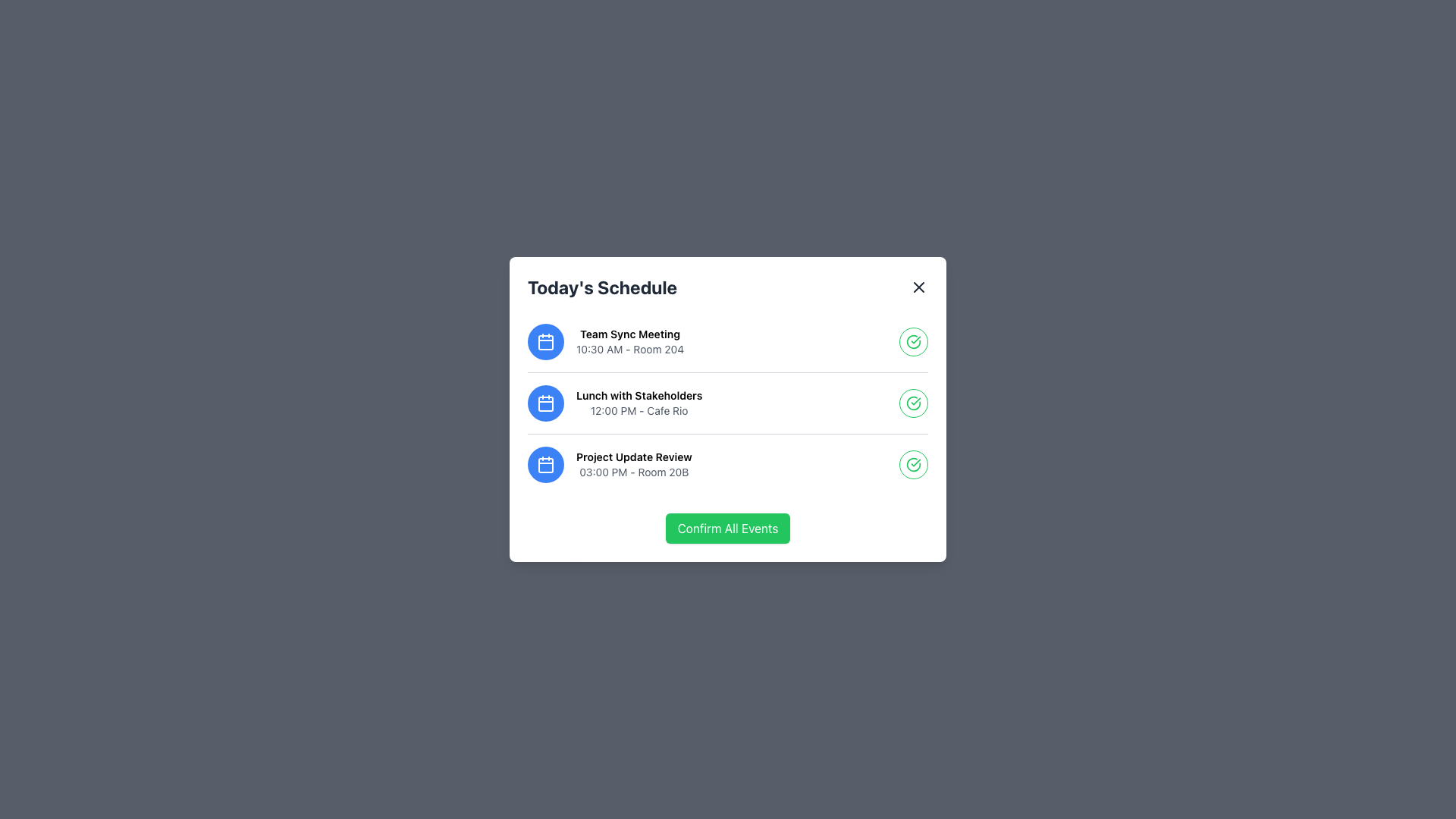 The image size is (1456, 819). Describe the element at coordinates (634, 456) in the screenshot. I see `the static text label reading 'Project Update Review', which is the primary title of the third entry in the vertical list of scheduled events` at that location.